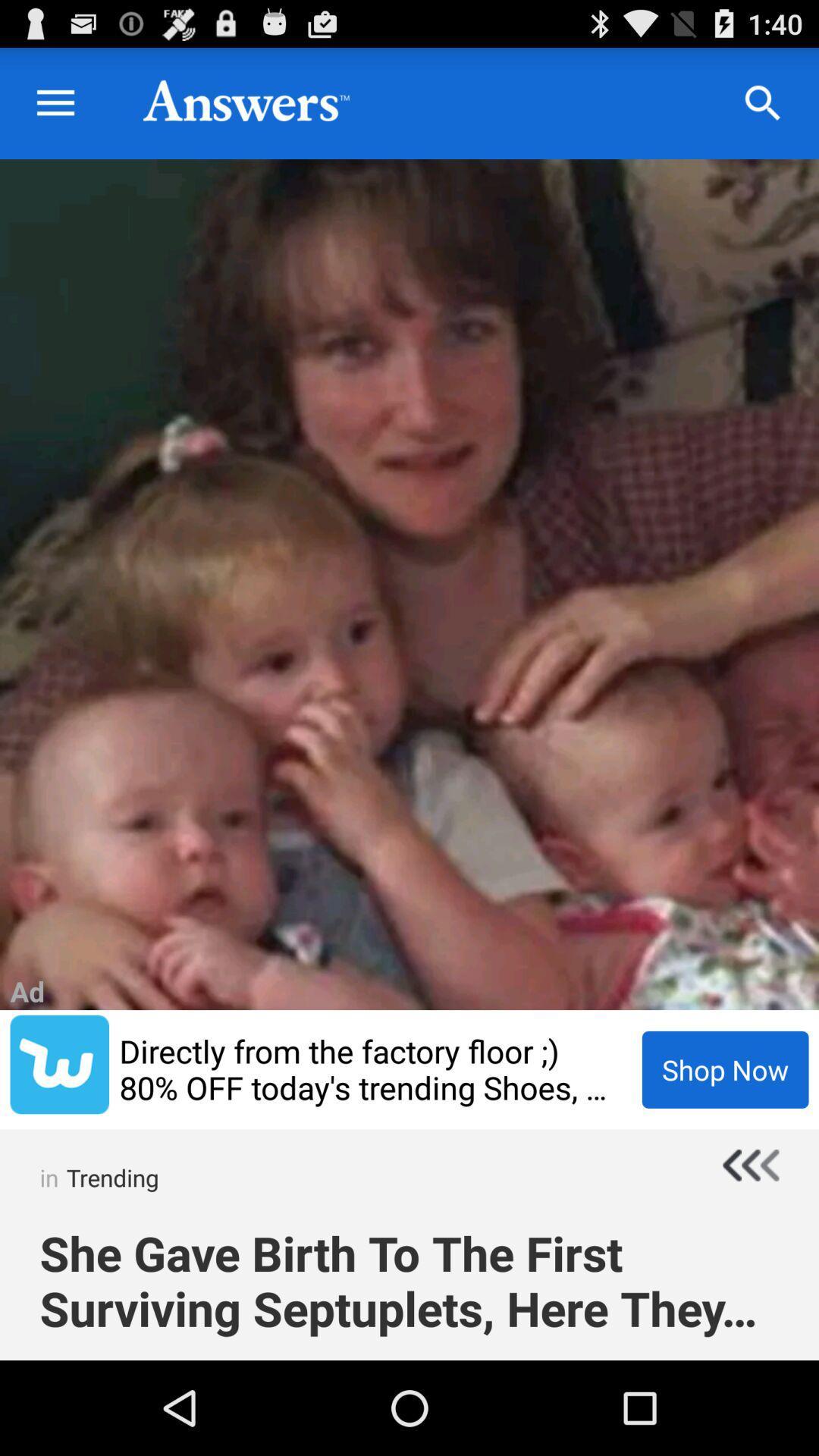 The image size is (819, 1456). Describe the element at coordinates (763, 110) in the screenshot. I see `the search icon` at that location.